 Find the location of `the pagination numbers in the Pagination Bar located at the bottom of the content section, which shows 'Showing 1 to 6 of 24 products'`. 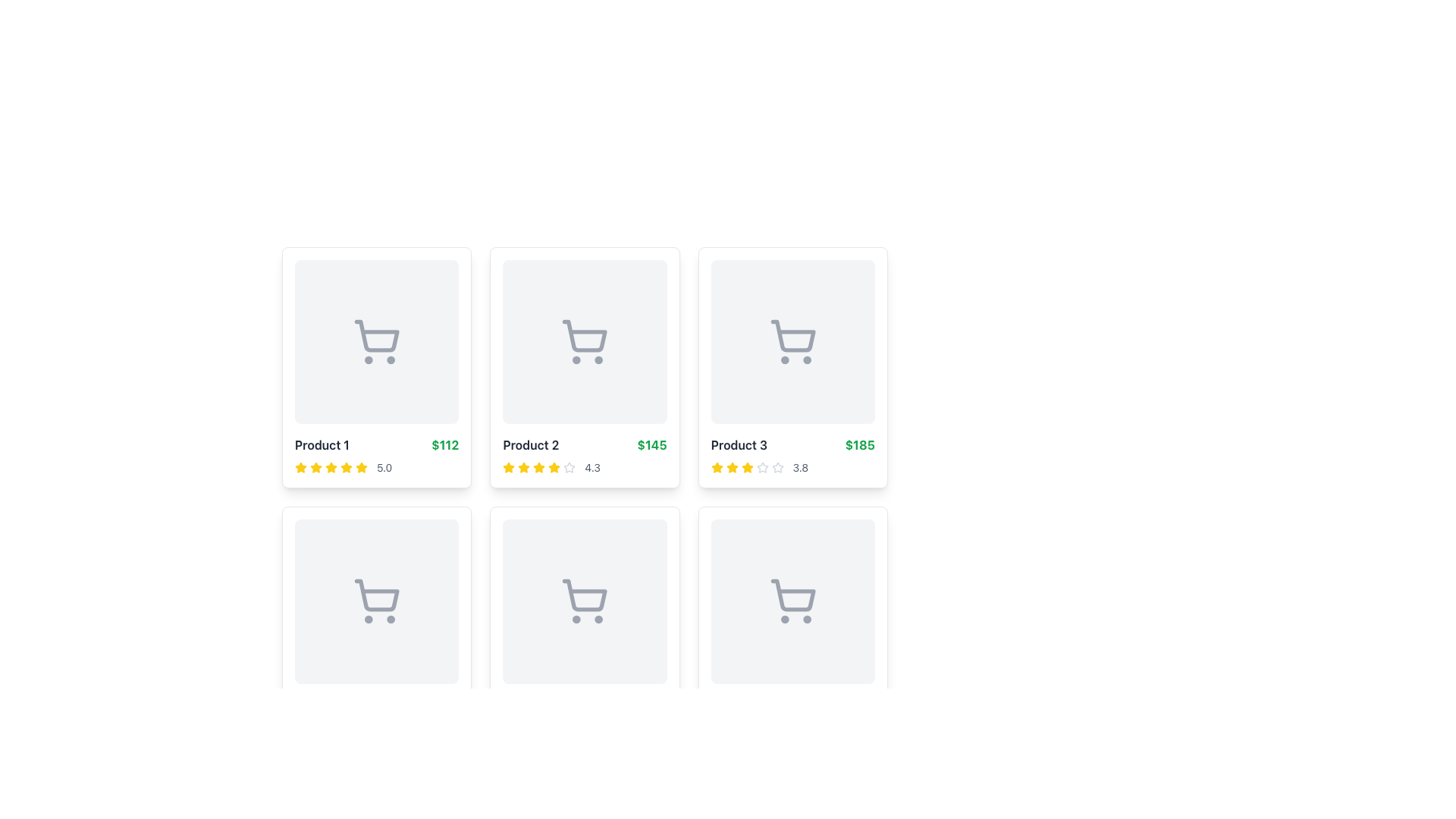

the pagination numbers in the Pagination Bar located at the bottom of the content section, which shows 'Showing 1 to 6 of 24 products' is located at coordinates (584, 794).